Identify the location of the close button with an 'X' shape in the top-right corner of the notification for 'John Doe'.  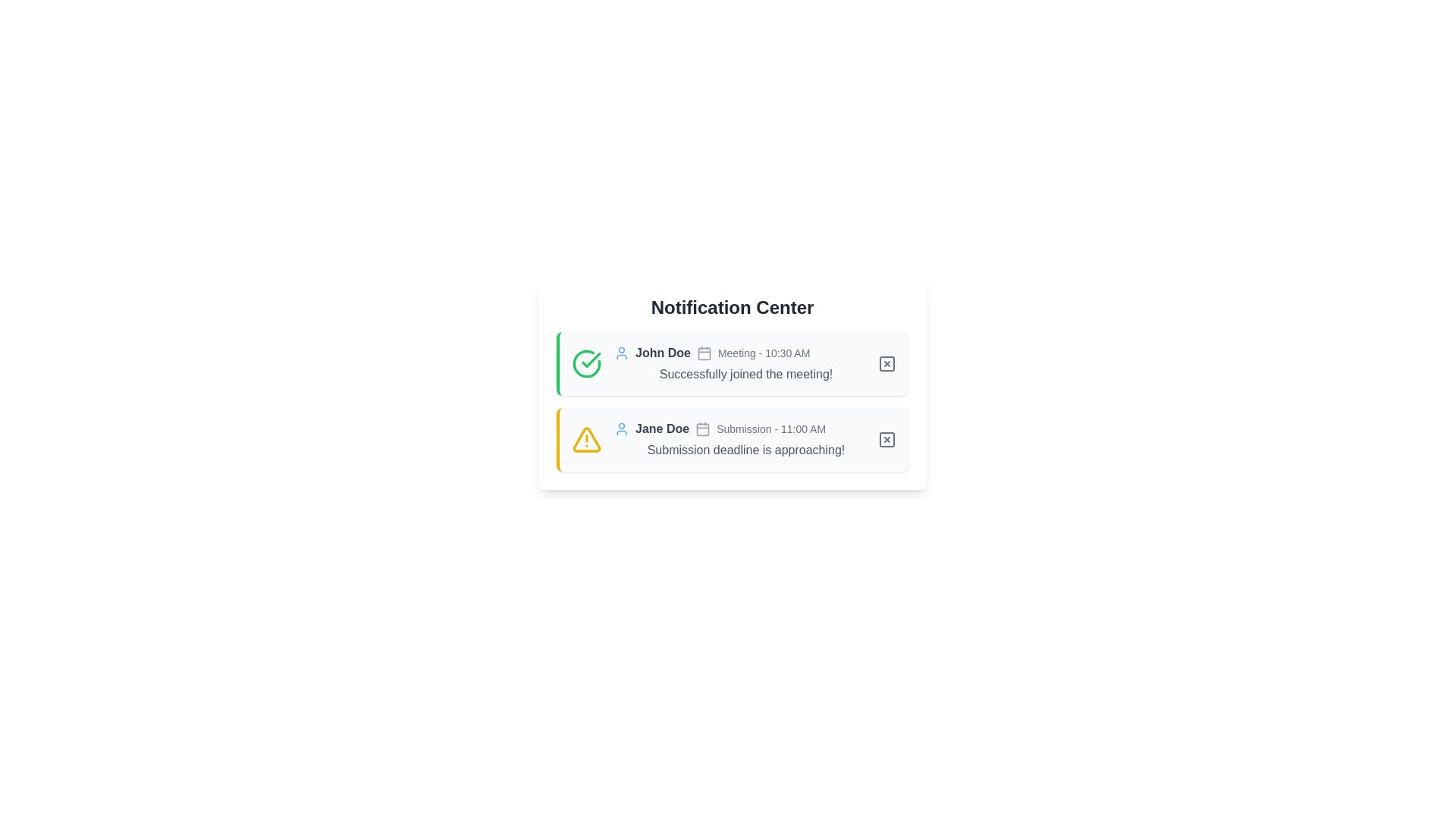
(887, 363).